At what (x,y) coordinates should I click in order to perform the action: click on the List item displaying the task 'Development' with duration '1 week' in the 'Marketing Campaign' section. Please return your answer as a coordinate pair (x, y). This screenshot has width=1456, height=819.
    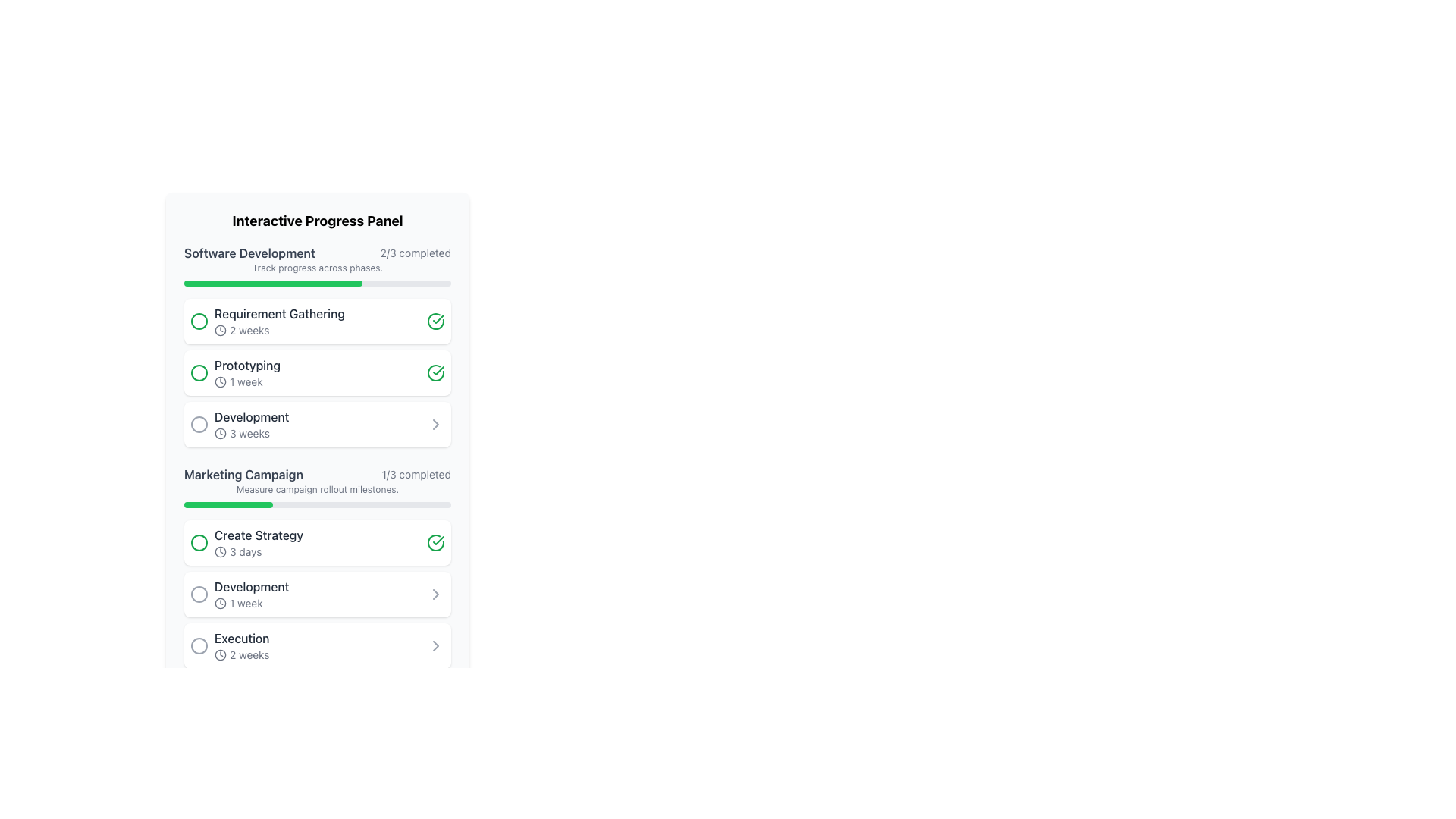
    Looking at the image, I should click on (252, 593).